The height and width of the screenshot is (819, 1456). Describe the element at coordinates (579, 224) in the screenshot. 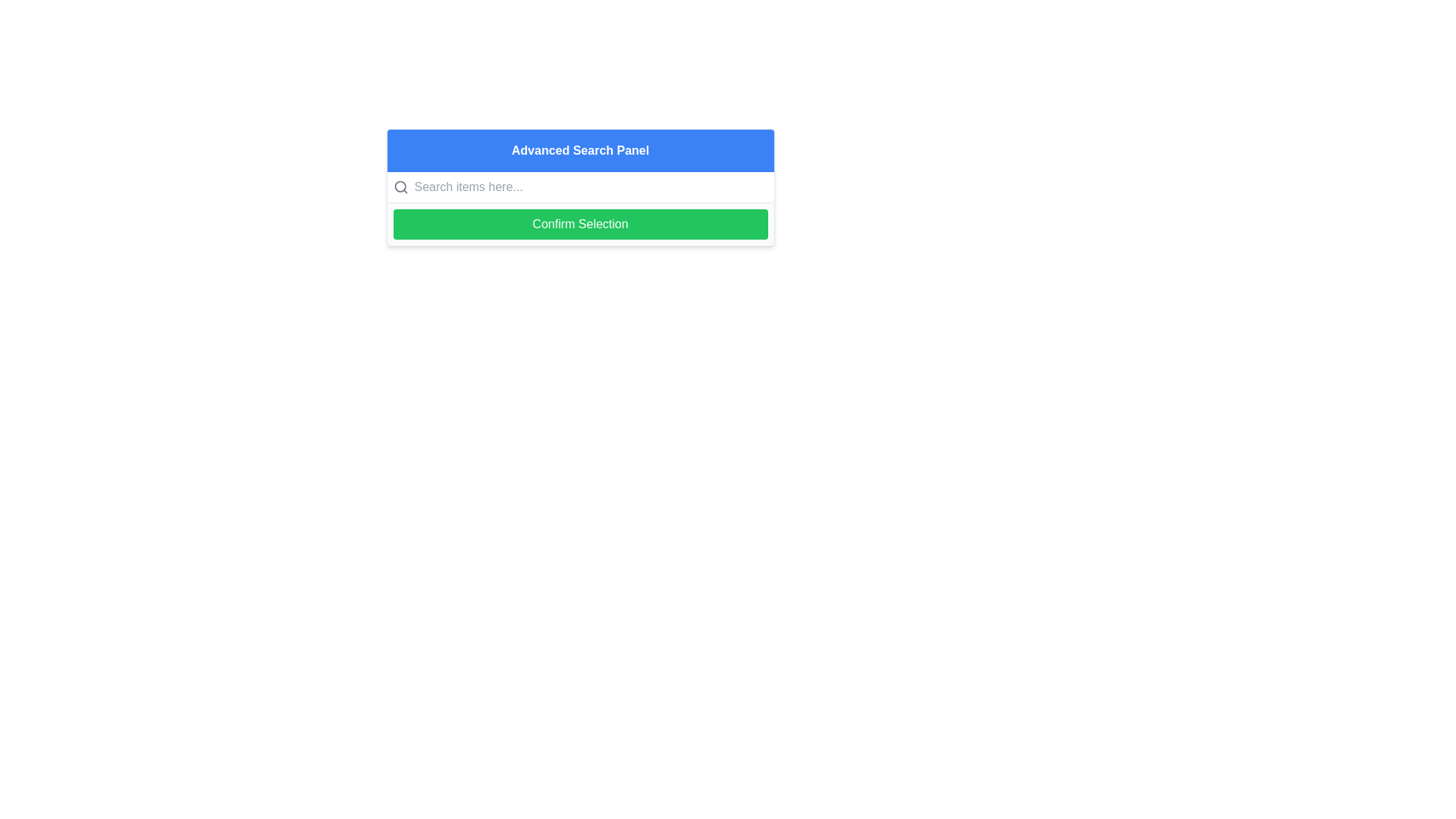

I see `the confirm button within the 'Advanced Search Panel'` at that location.